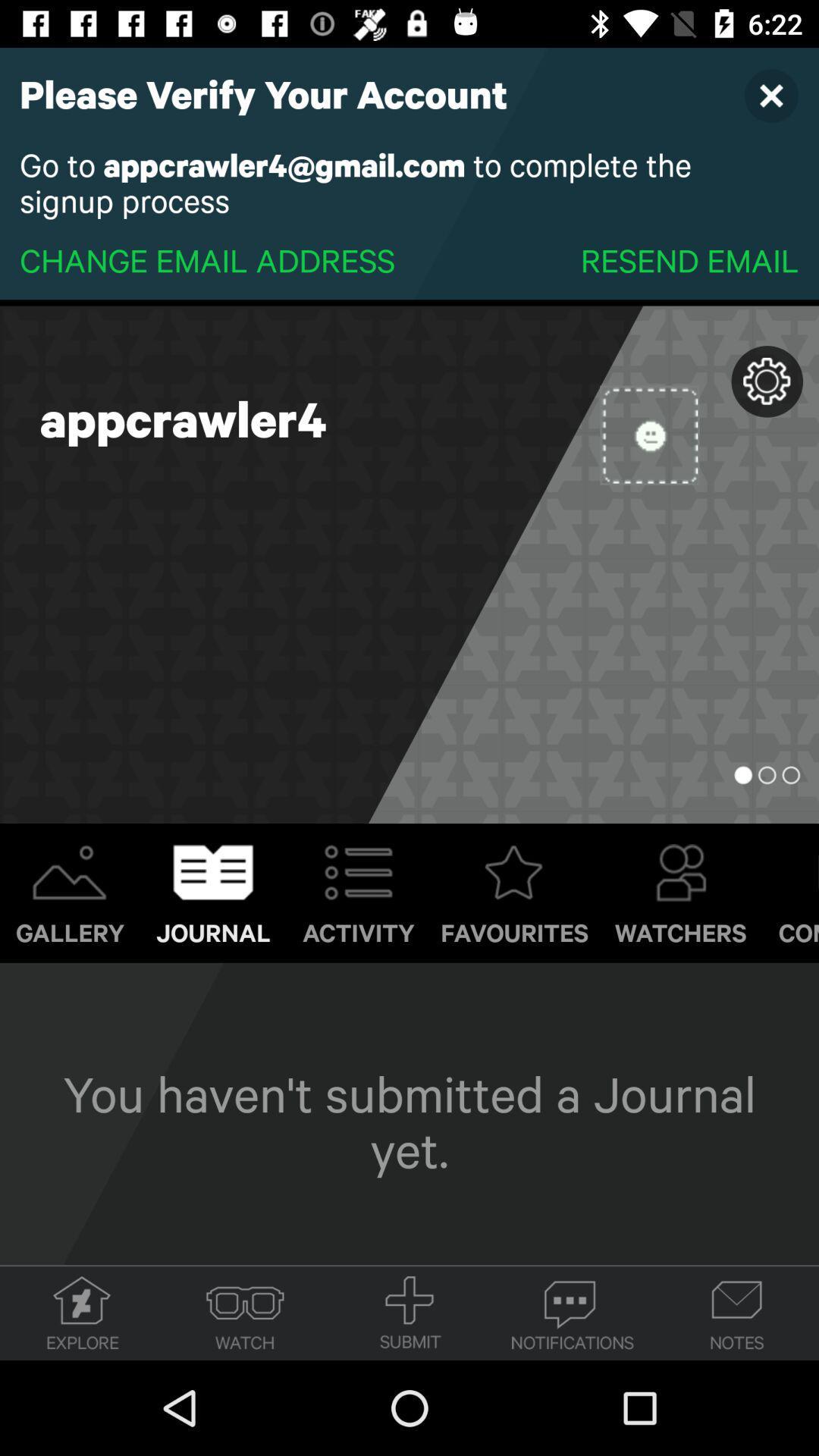 The height and width of the screenshot is (1456, 819). Describe the element at coordinates (771, 94) in the screenshot. I see `the close icon` at that location.